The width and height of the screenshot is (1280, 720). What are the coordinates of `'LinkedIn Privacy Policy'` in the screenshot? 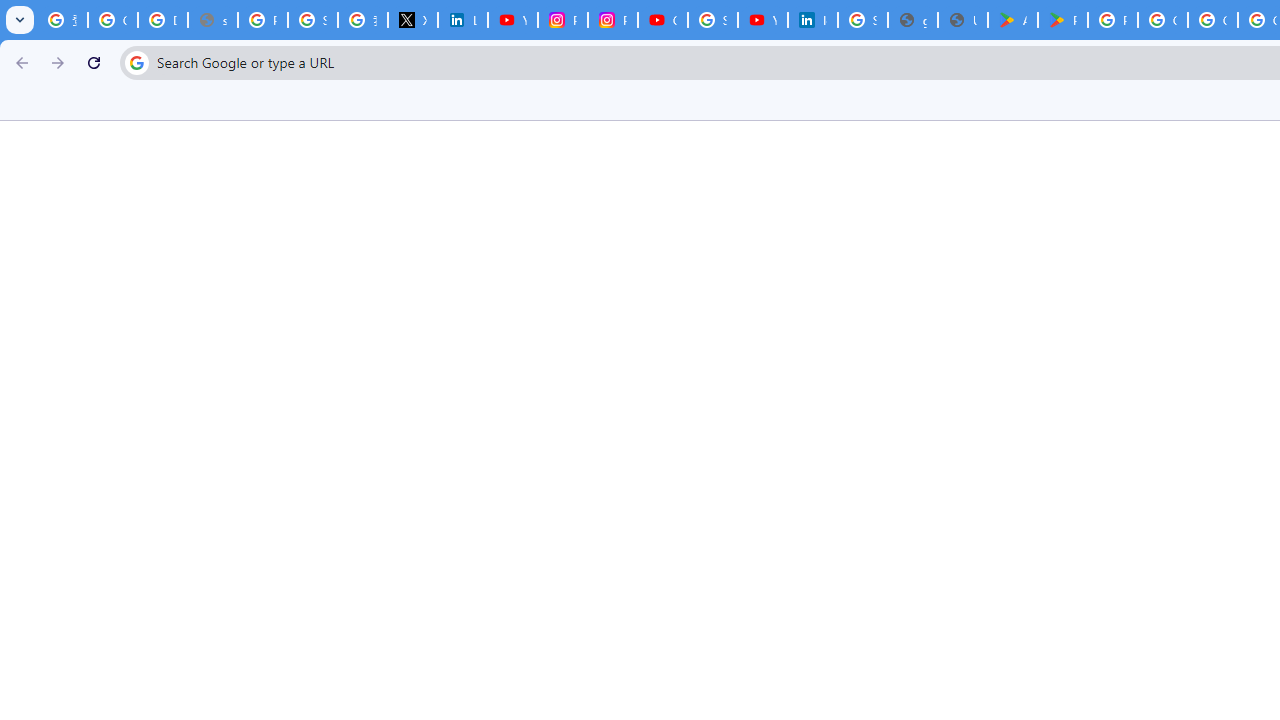 It's located at (461, 20).